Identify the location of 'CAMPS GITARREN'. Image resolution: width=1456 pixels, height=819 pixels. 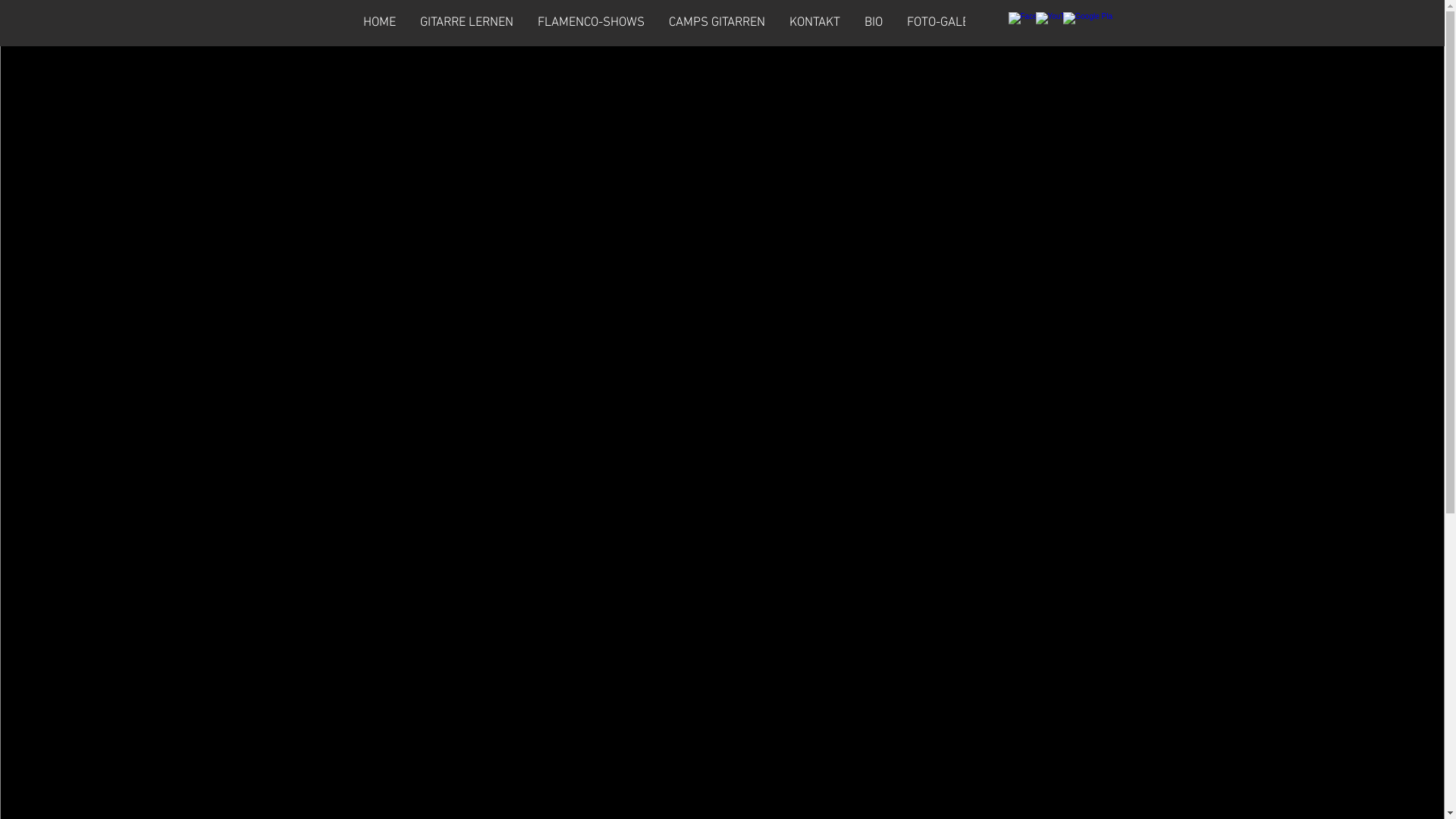
(656, 24).